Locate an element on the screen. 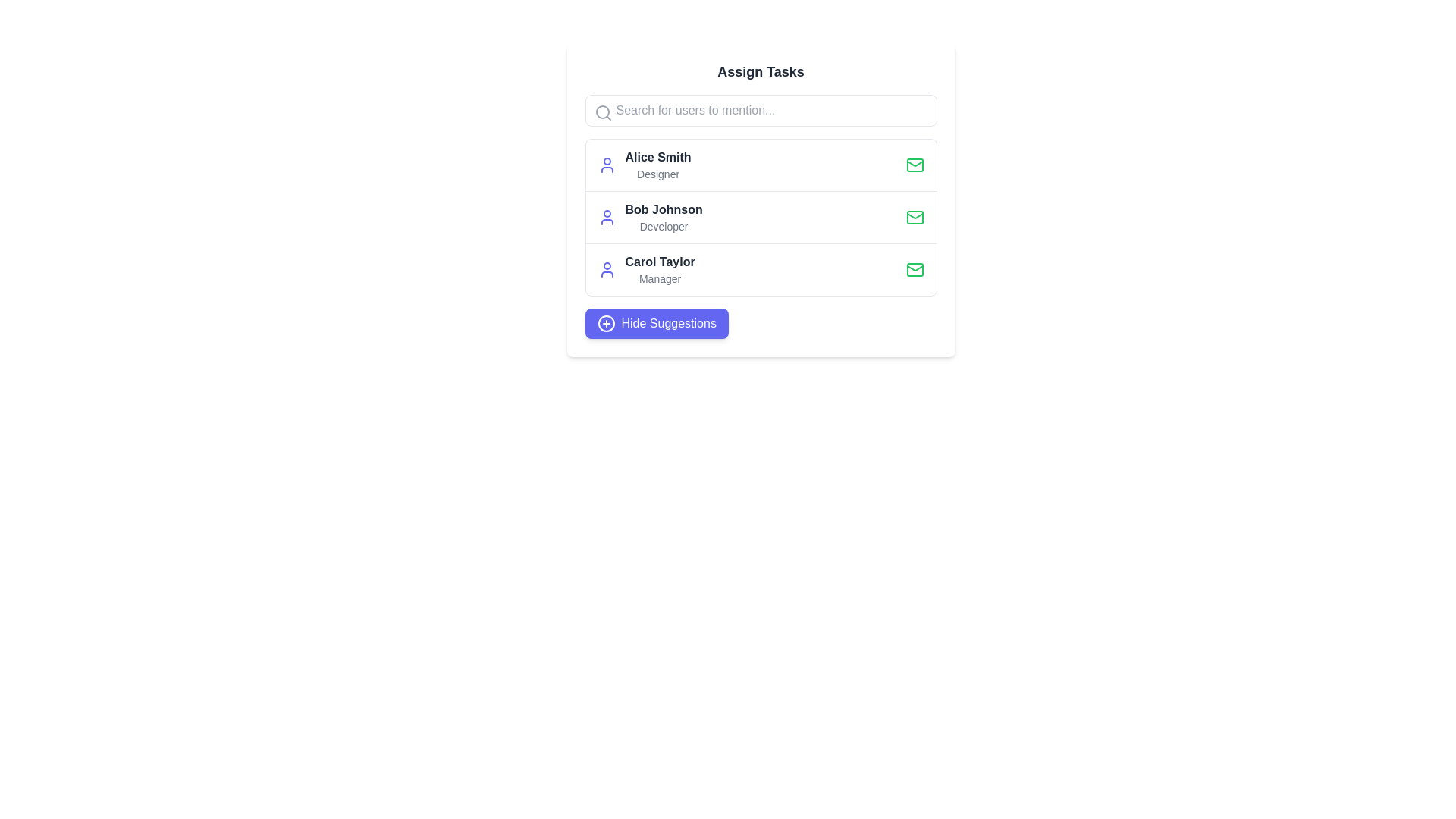 This screenshot has height=819, width=1456. the static text label displaying the name 'Bob Johnson' in the second entry of the 'Assign Tasks' panel is located at coordinates (664, 210).